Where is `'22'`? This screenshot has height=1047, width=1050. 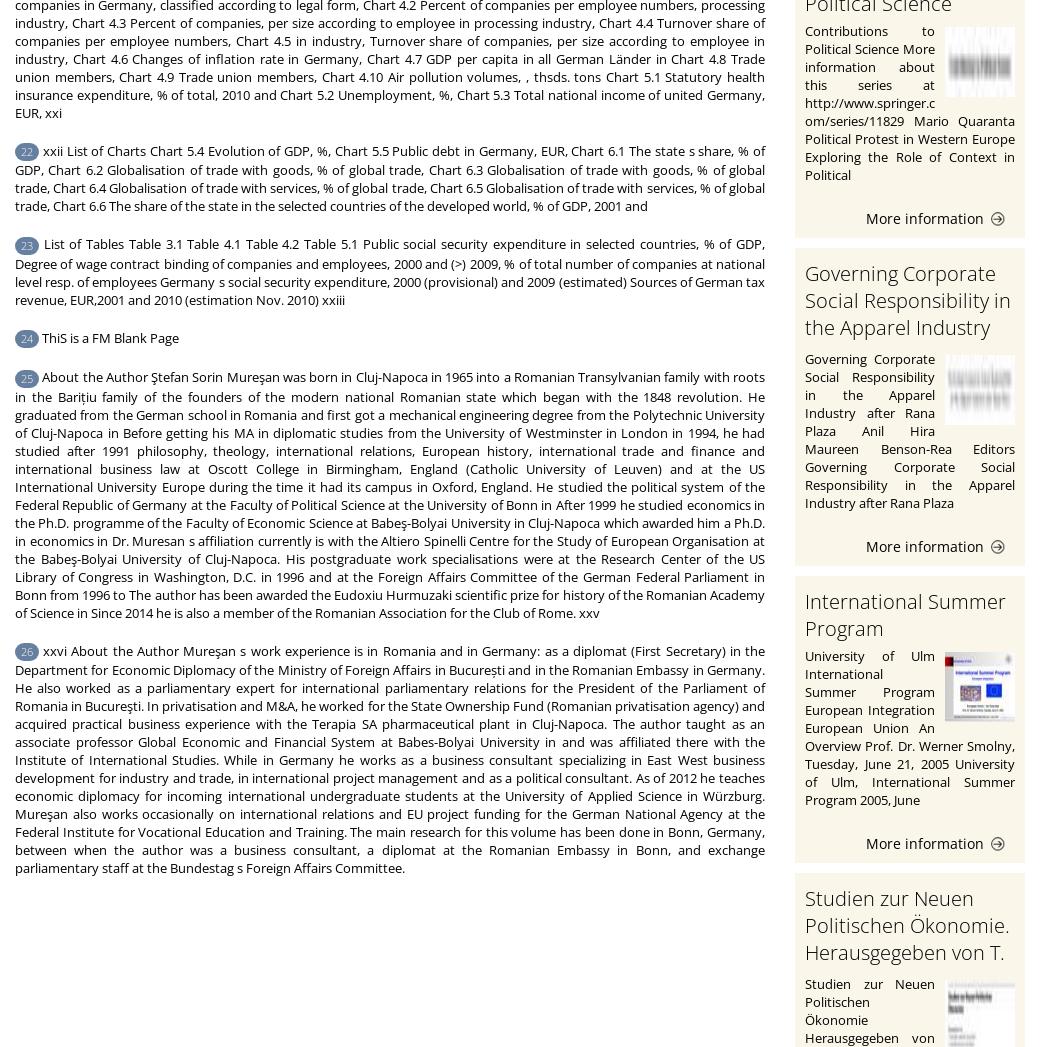 '22' is located at coordinates (26, 151).